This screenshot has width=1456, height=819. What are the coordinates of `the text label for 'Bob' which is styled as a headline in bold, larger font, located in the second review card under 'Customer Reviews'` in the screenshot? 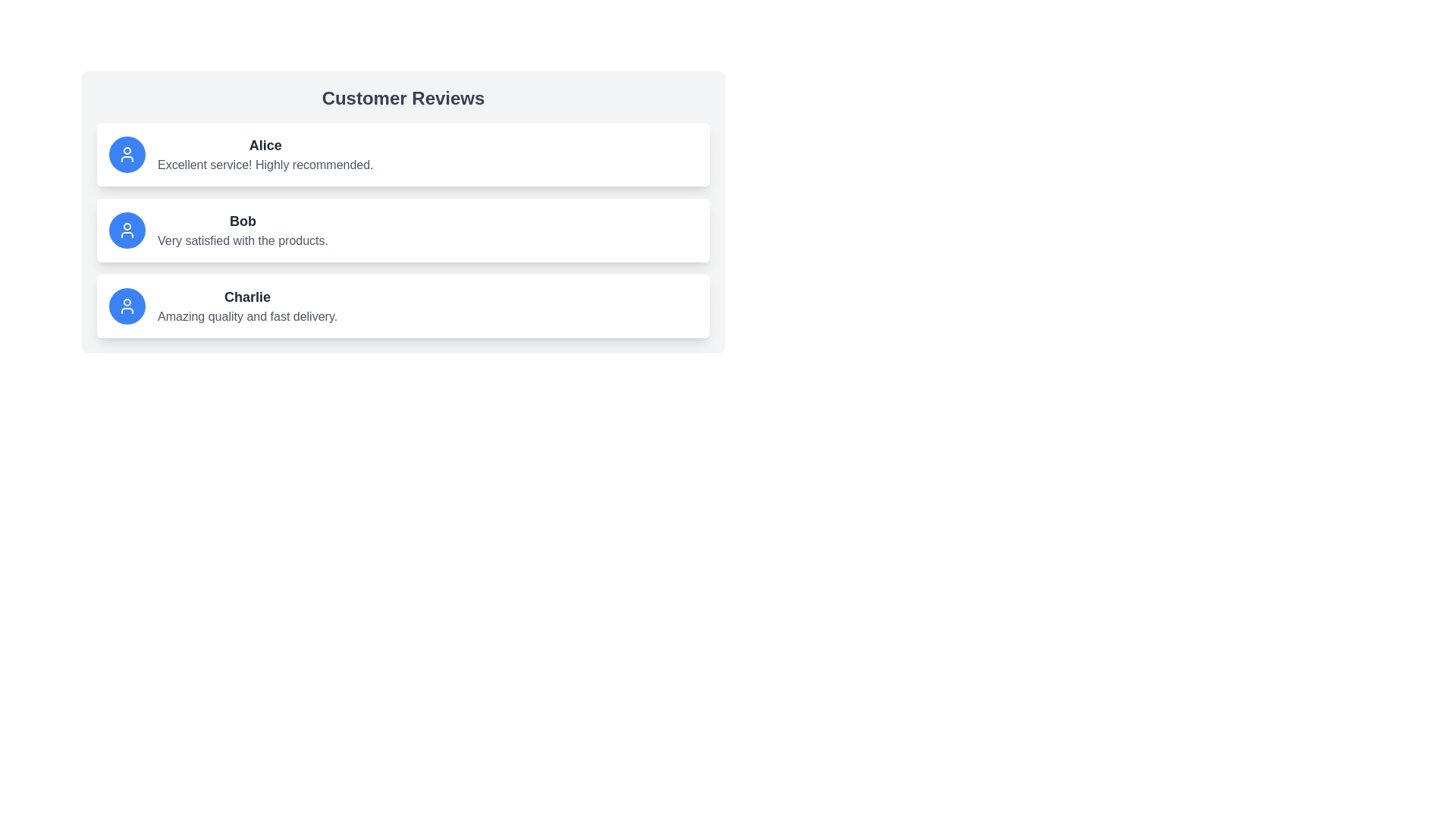 It's located at (243, 221).